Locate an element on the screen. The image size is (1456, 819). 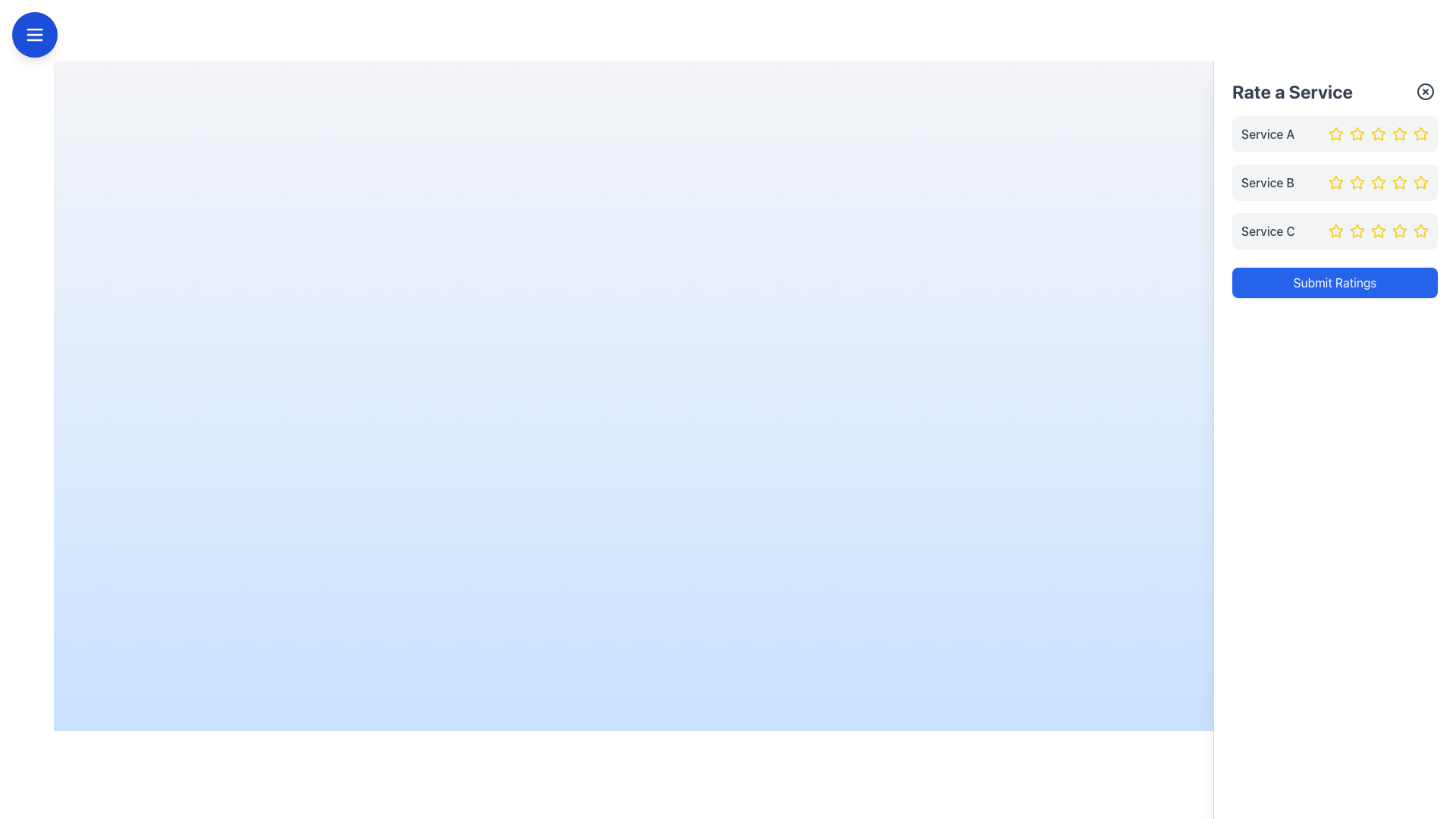
the second star icon is located at coordinates (1379, 133).